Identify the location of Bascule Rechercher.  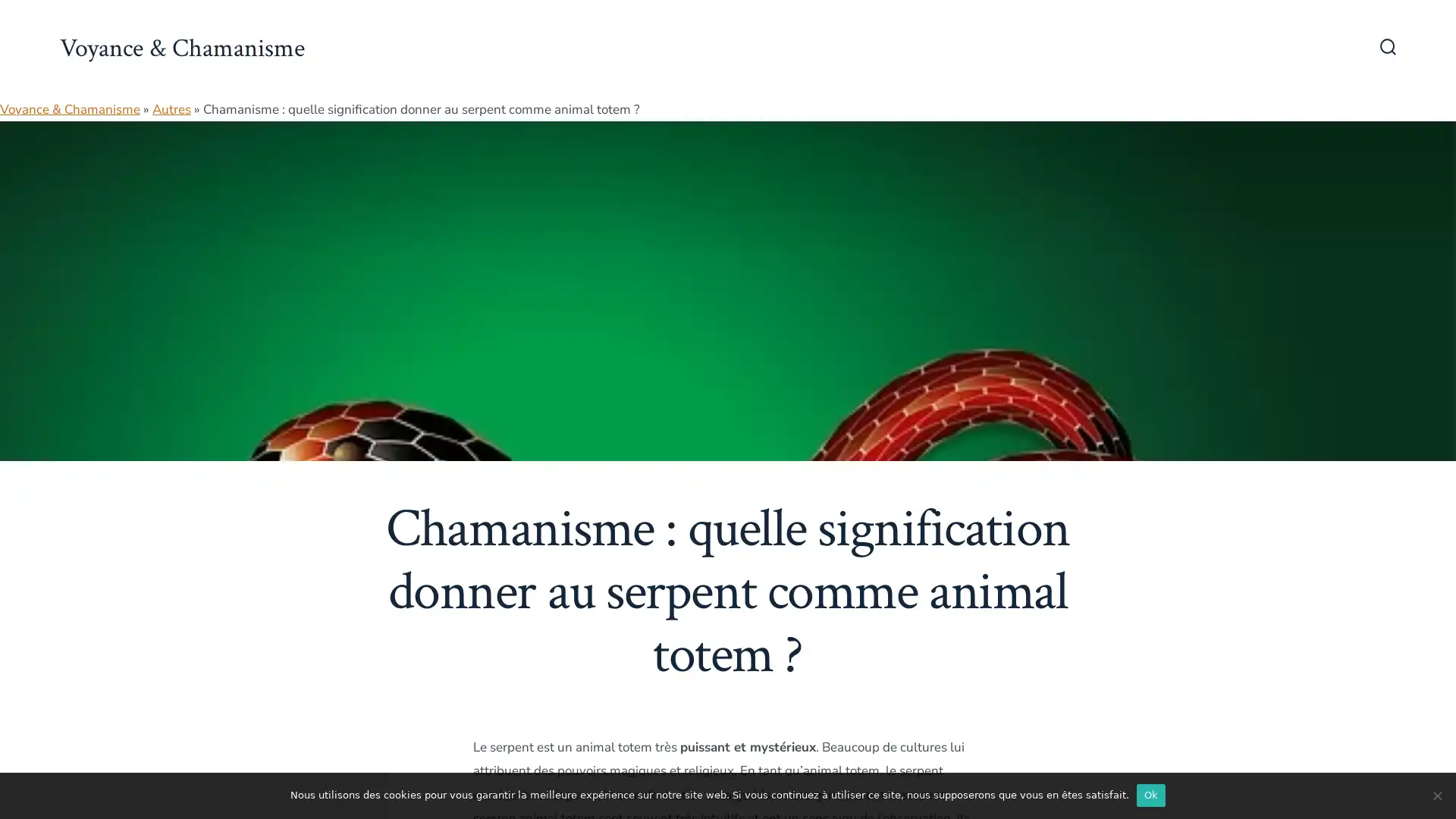
(1387, 48).